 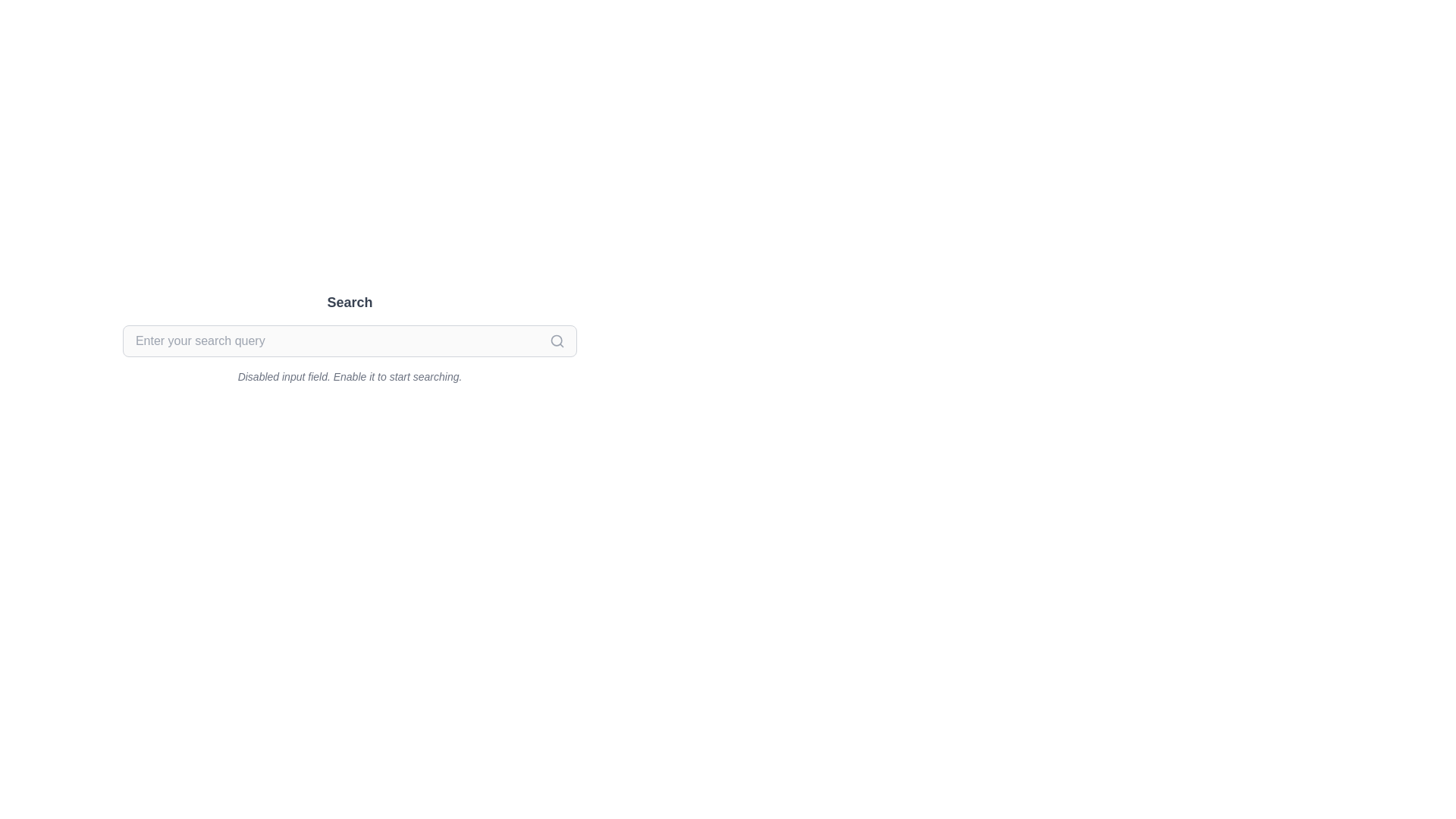 What do you see at coordinates (556, 339) in the screenshot?
I see `the circular magnifying glass icon at the right end of the search bar` at bounding box center [556, 339].